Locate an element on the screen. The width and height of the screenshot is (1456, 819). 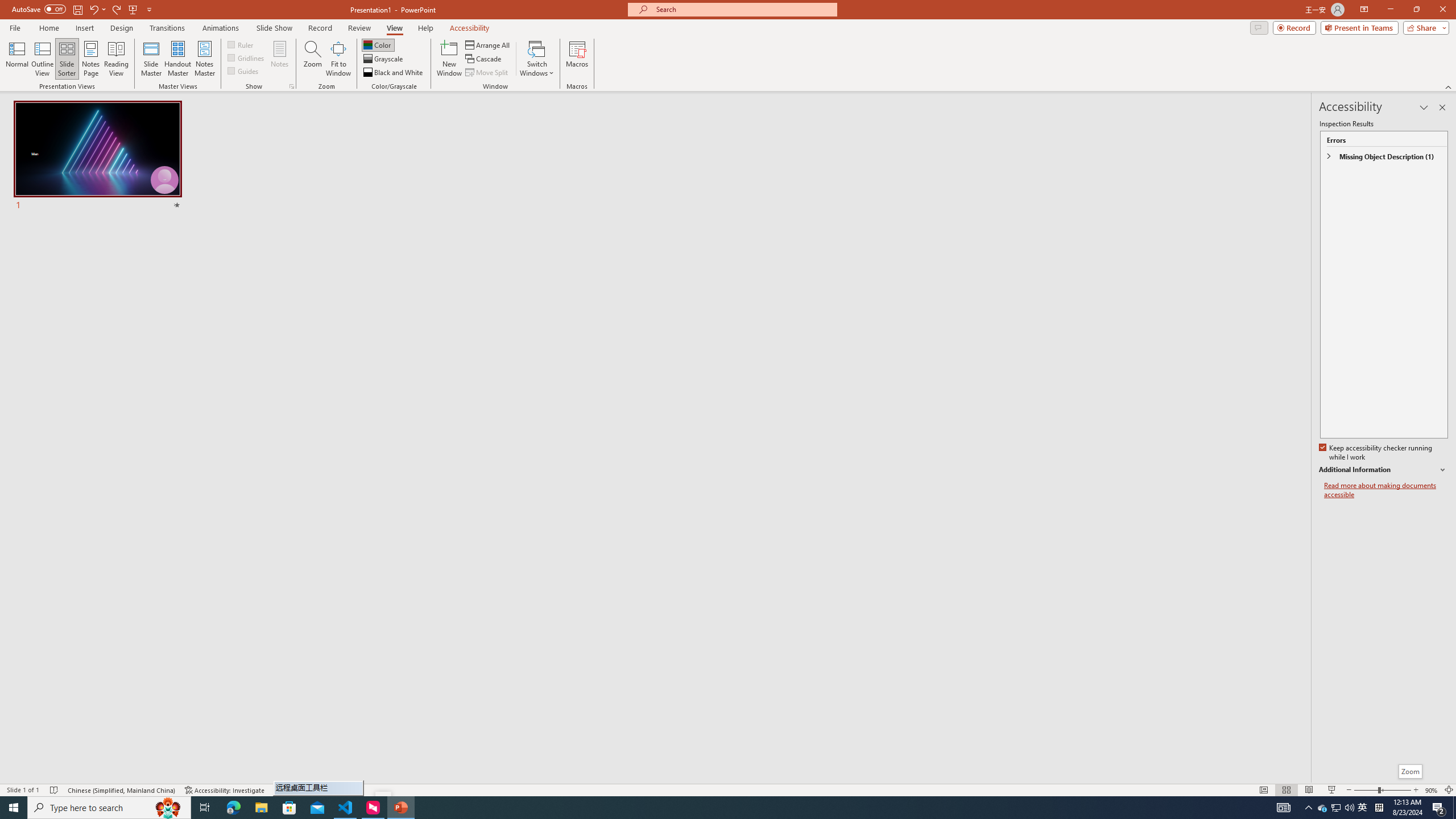
'New Window' is located at coordinates (448, 59).